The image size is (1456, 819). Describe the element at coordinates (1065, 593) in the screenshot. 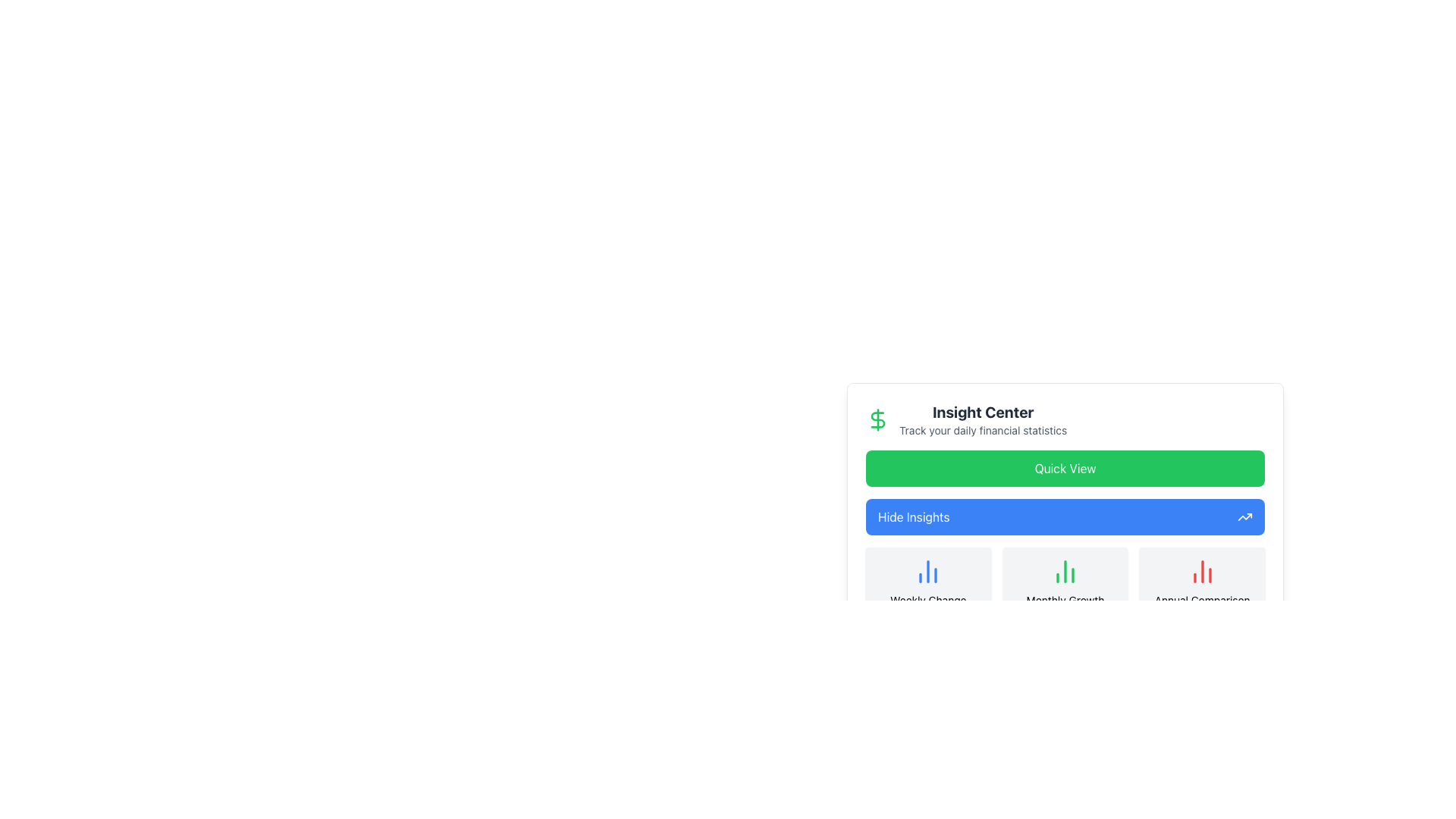

I see `financial data displayed in the central box of the Data Display Card, which shows 'Monthly Growth' with a highlighted green bar chart` at that location.